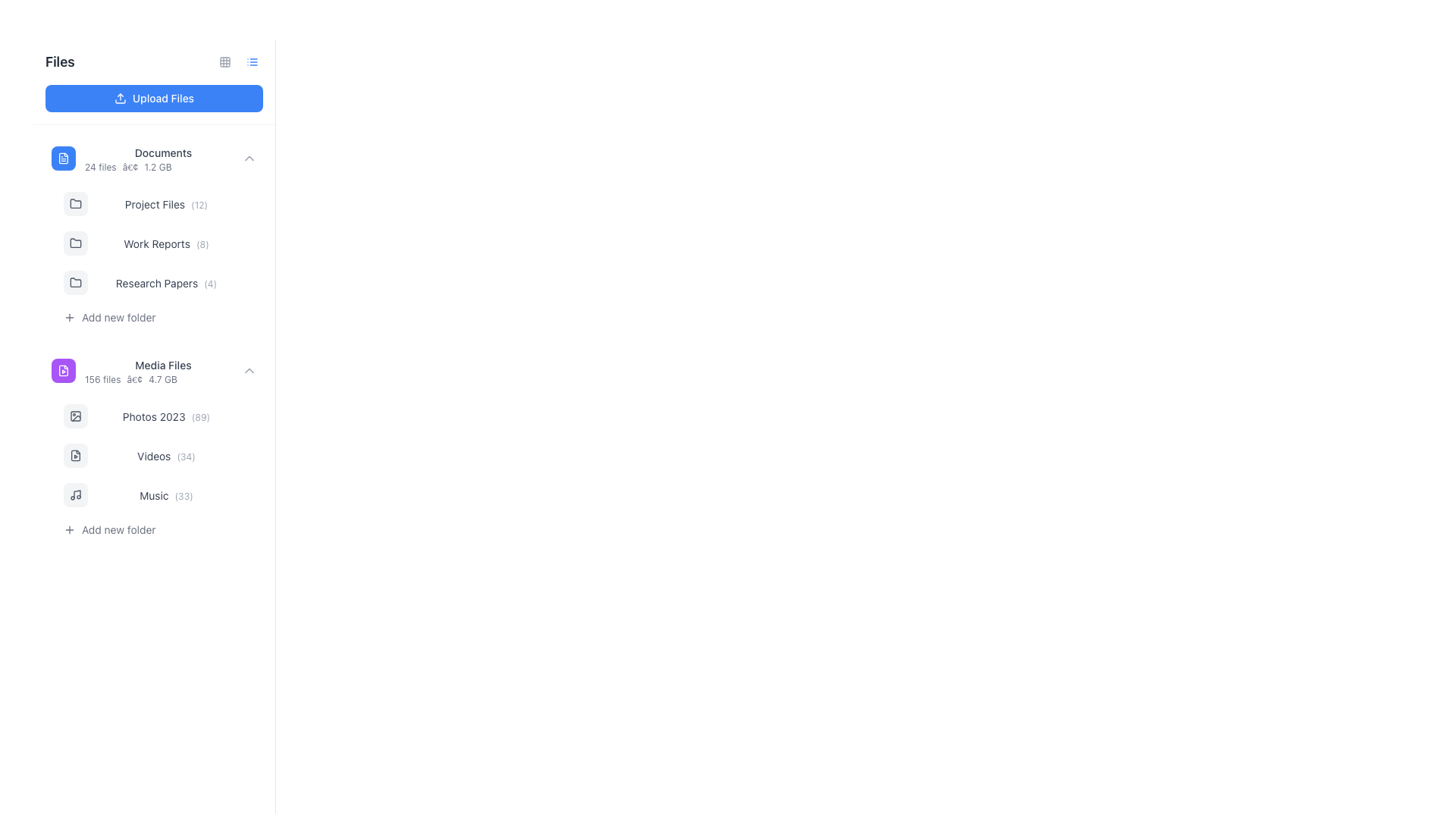 This screenshot has height=819, width=1456. Describe the element at coordinates (224, 61) in the screenshot. I see `the grid view button located in the top-right corner of the file navigation section` at that location.